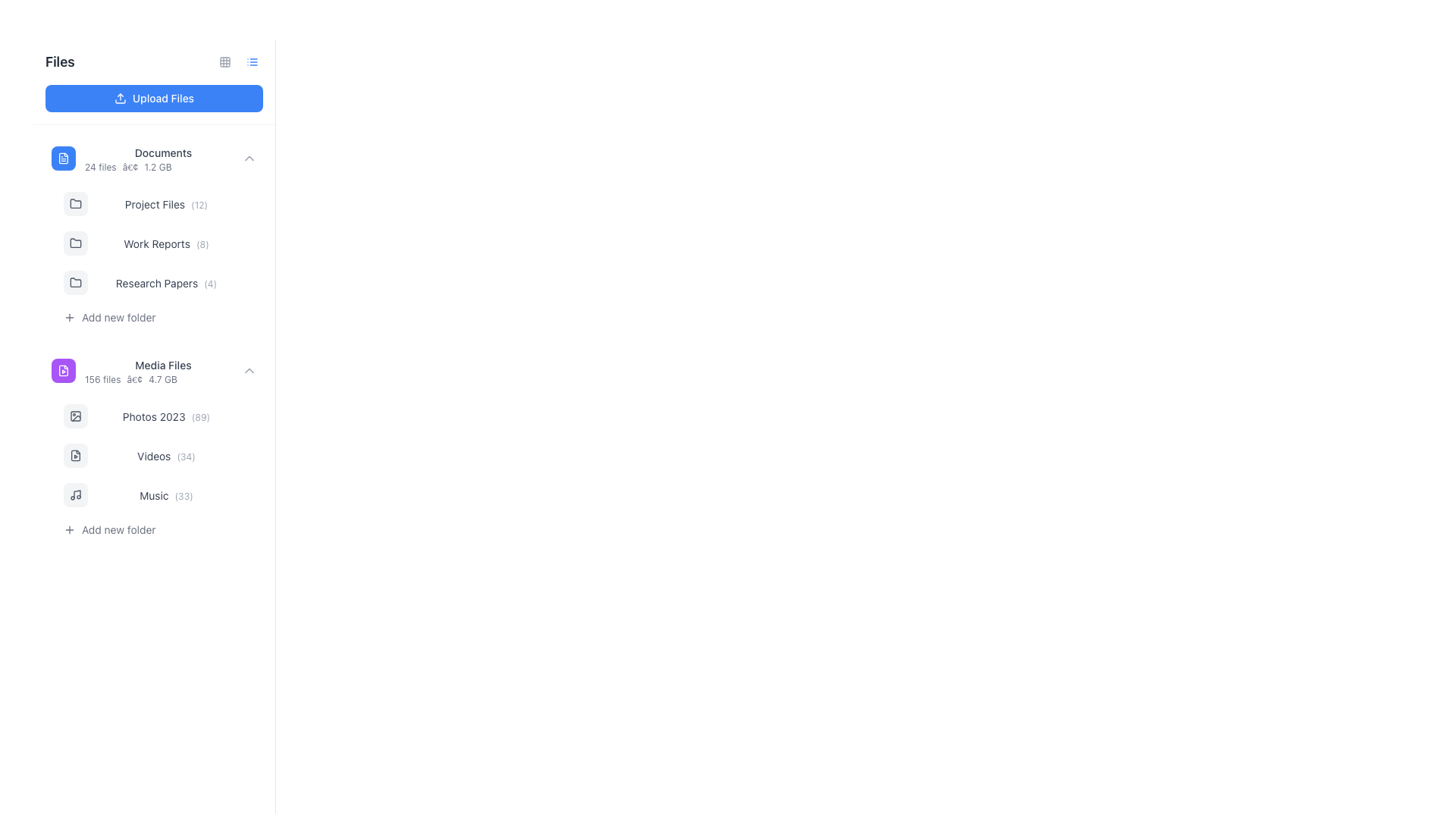 This screenshot has height=819, width=1456. Describe the element at coordinates (224, 61) in the screenshot. I see `the grid view button located in the top-right corner of the file navigation section` at that location.